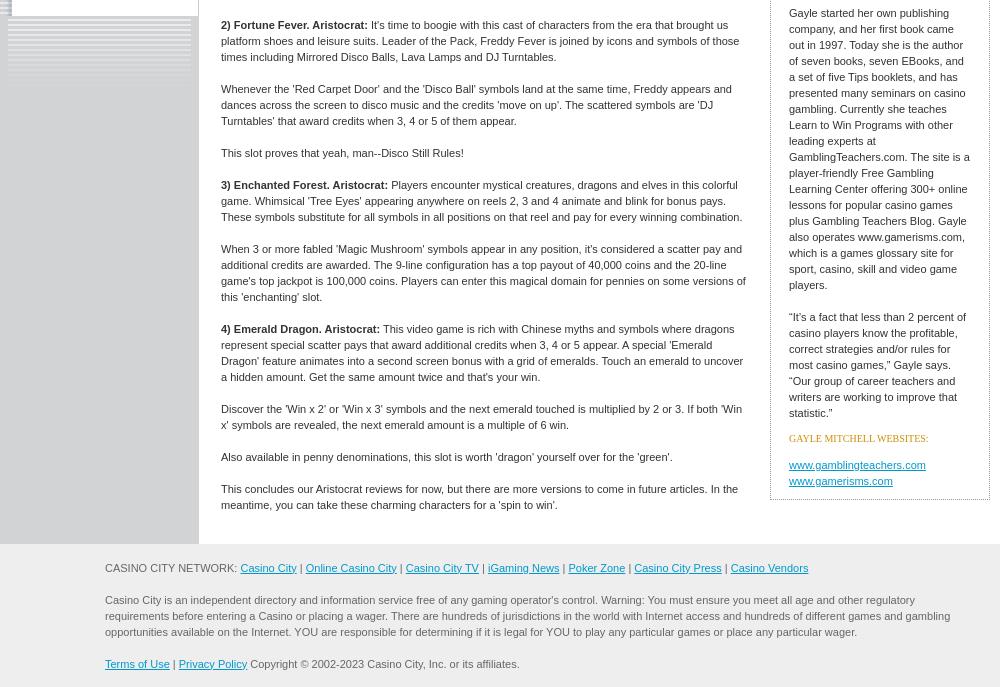  I want to click on '“It’s a fact that less than 2 percent of casino players know the profitable, correct strategies and/or rules for most casino games,” Gayle says. “Our group of career teachers and writers are working to improve that statistic.”', so click(877, 364).